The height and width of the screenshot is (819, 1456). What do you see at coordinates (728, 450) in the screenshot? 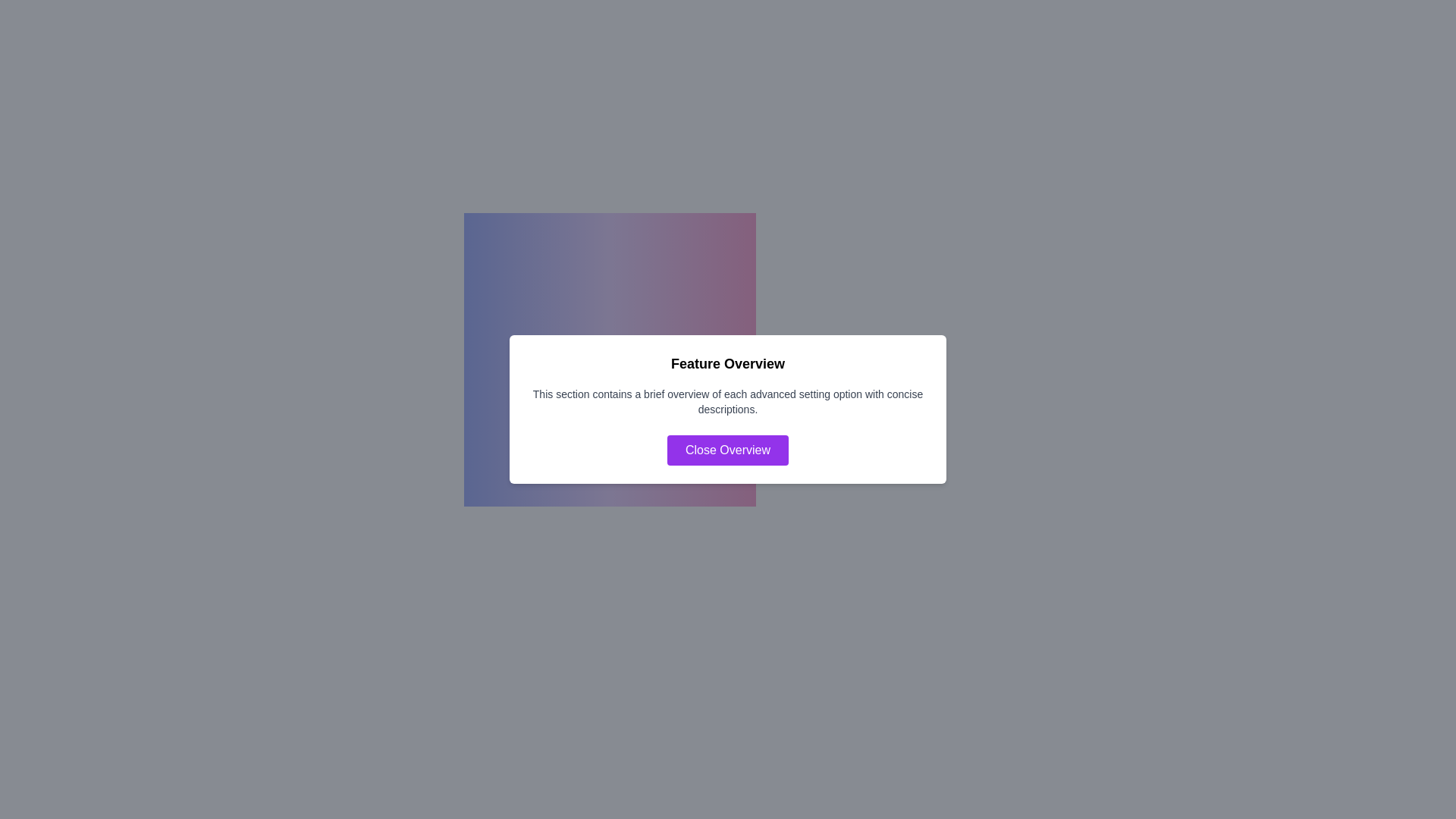
I see `the button at the bottom of the white box` at bounding box center [728, 450].